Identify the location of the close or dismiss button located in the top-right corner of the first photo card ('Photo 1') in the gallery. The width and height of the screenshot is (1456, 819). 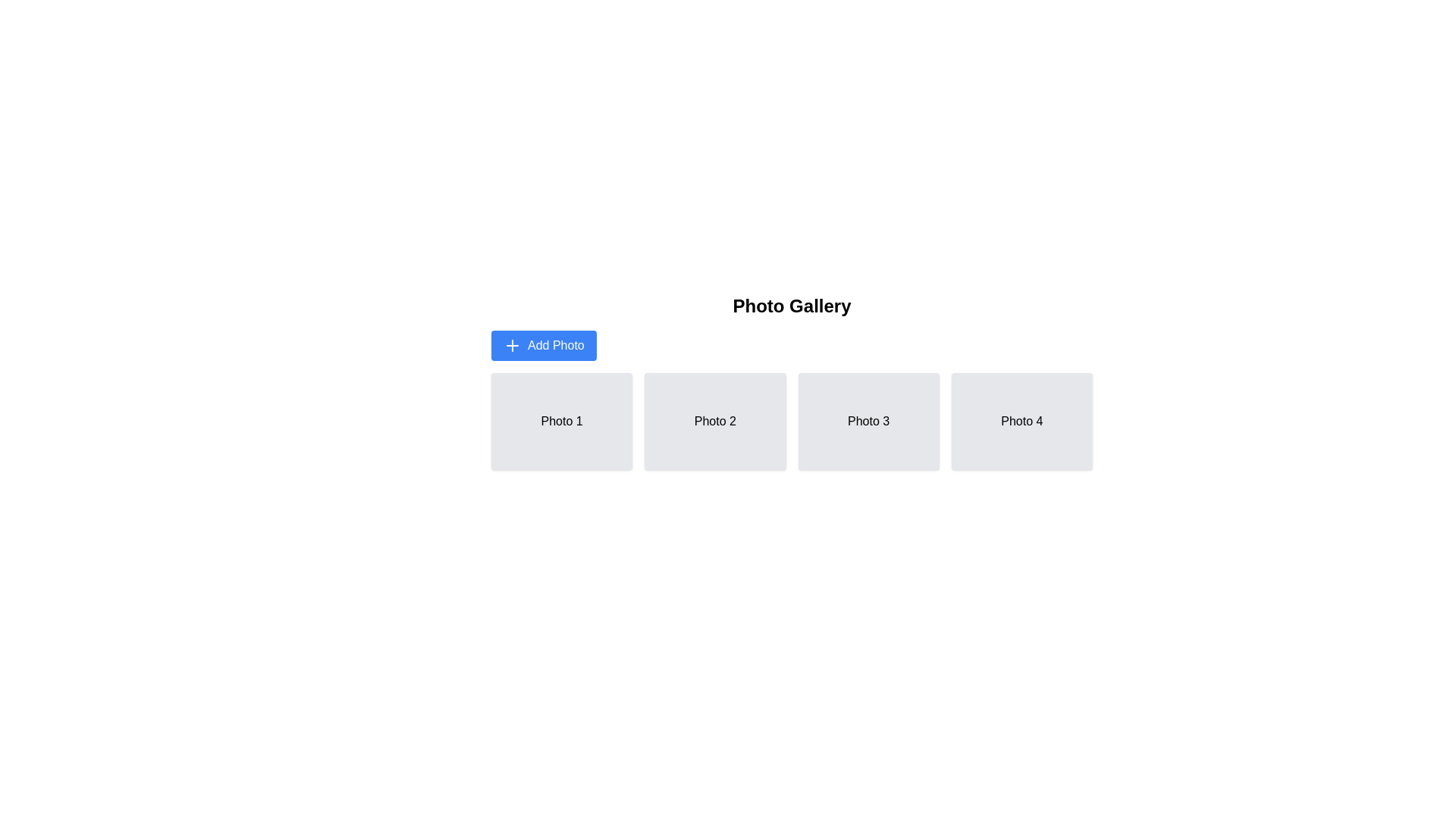
(620, 384).